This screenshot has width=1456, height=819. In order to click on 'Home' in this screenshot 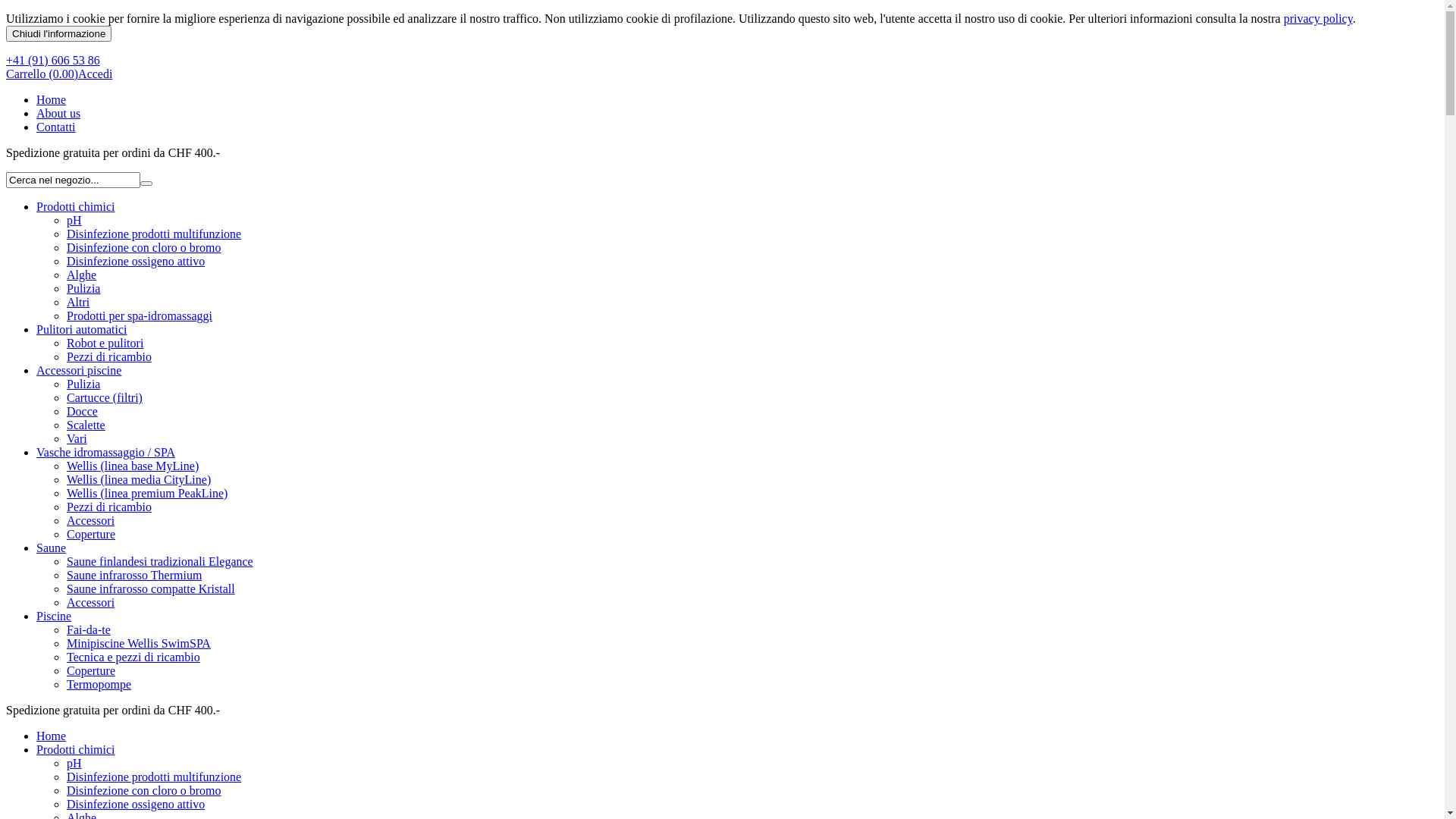, I will do `click(36, 99)`.